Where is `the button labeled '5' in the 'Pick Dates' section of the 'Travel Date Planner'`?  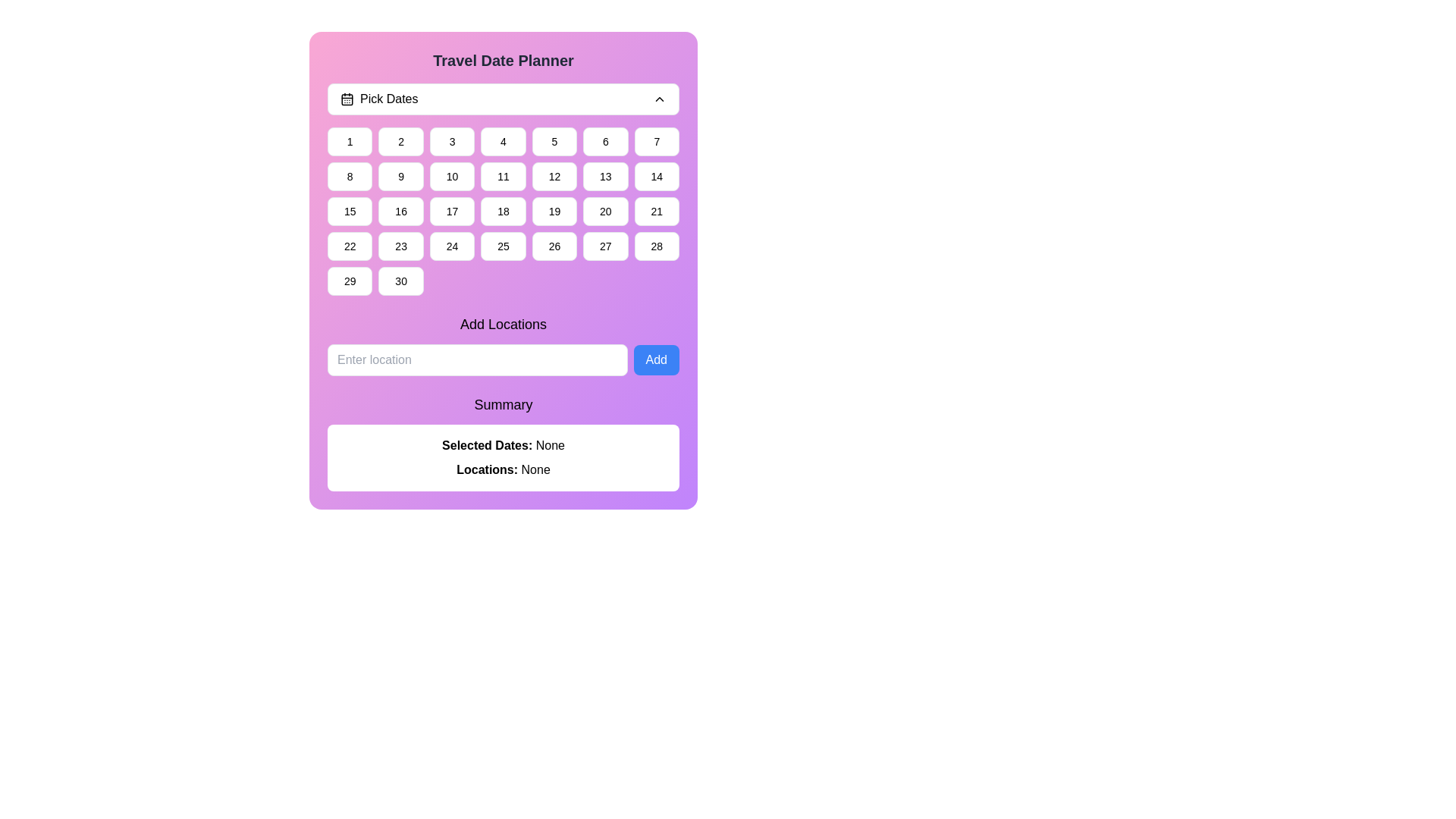
the button labeled '5' in the 'Pick Dates' section of the 'Travel Date Planner' is located at coordinates (554, 141).